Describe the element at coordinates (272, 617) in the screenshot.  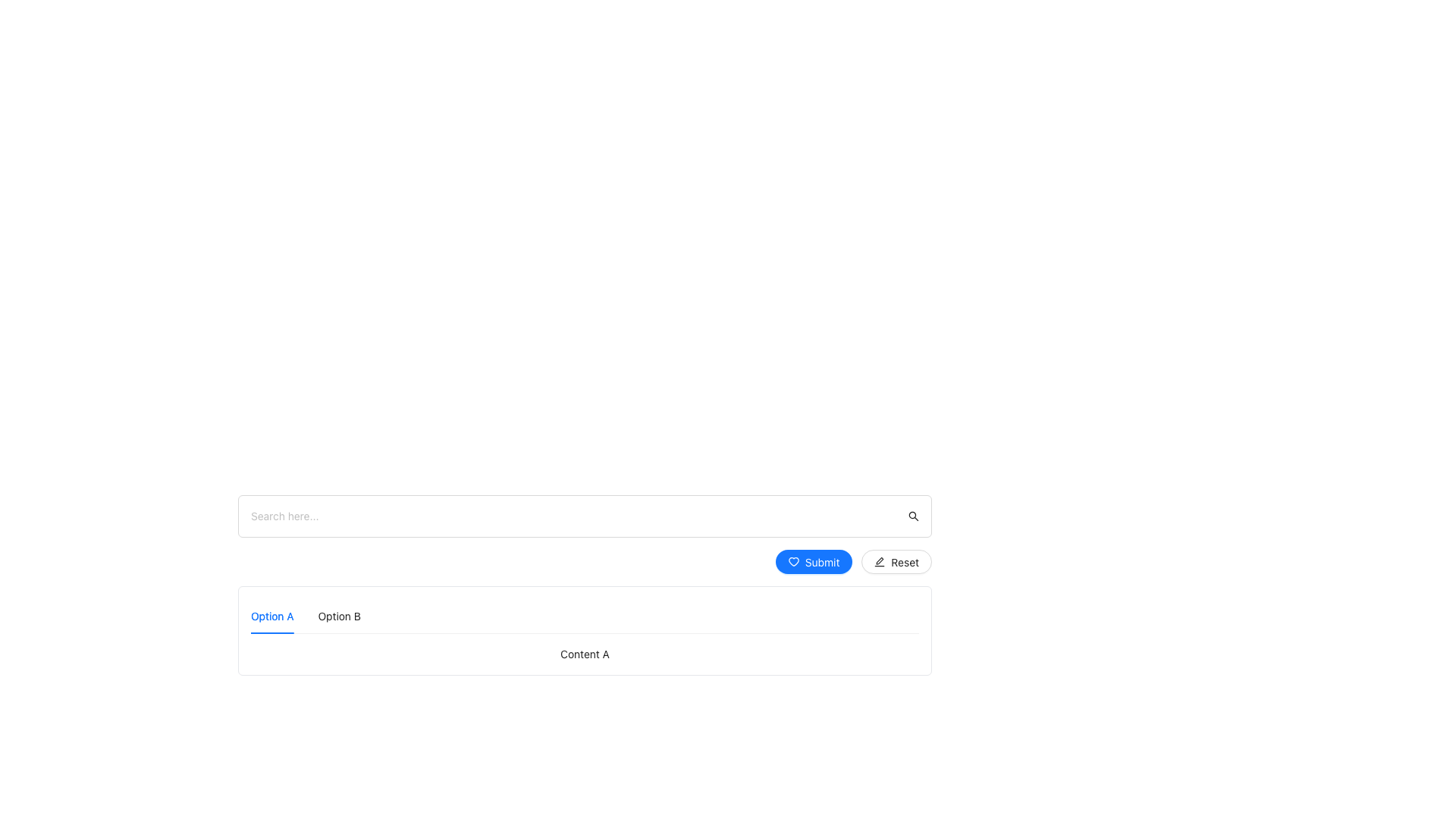
I see `the first tab option labeled 'Option A'` at that location.